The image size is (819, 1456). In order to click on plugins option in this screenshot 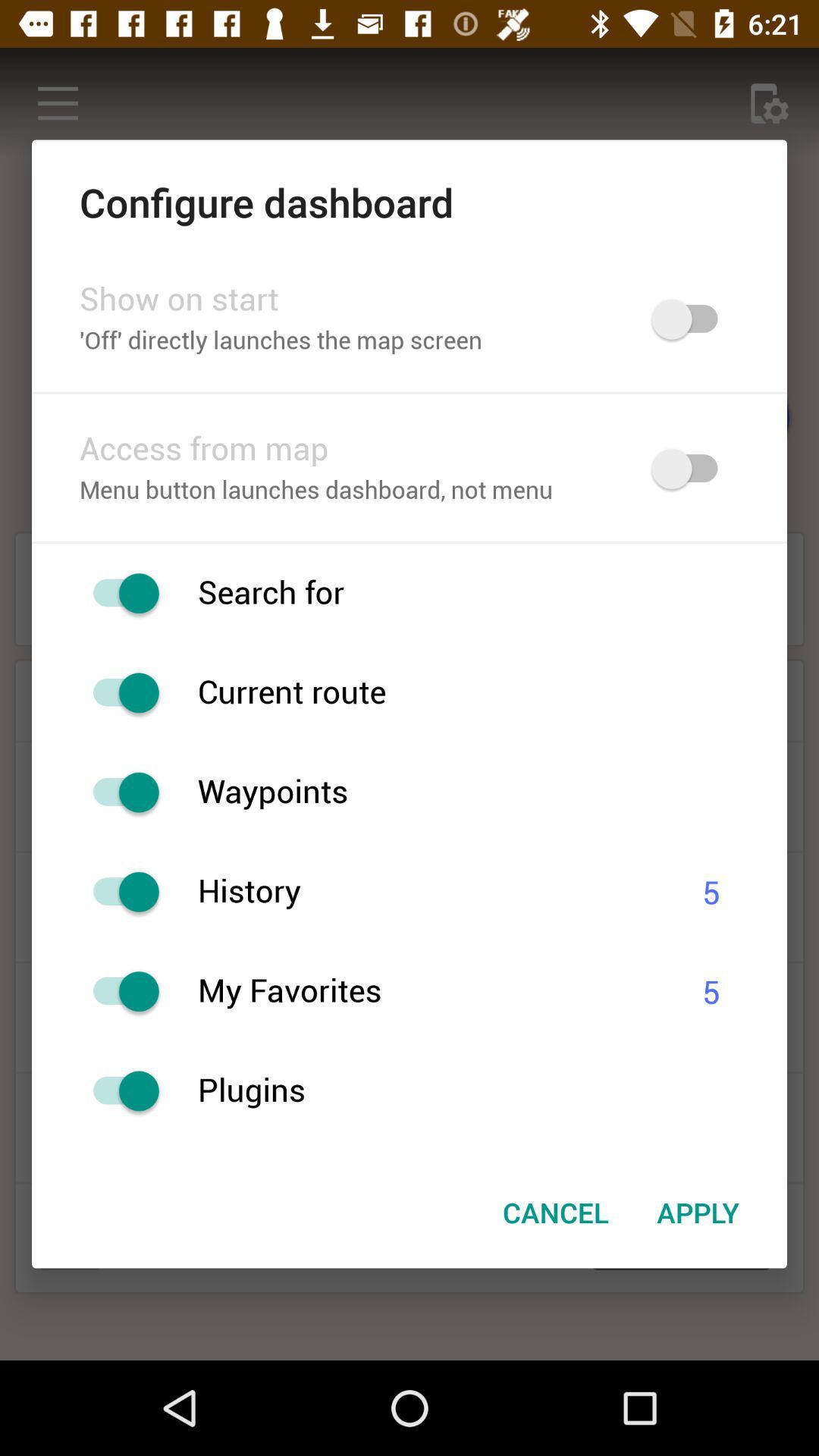, I will do `click(118, 1090)`.